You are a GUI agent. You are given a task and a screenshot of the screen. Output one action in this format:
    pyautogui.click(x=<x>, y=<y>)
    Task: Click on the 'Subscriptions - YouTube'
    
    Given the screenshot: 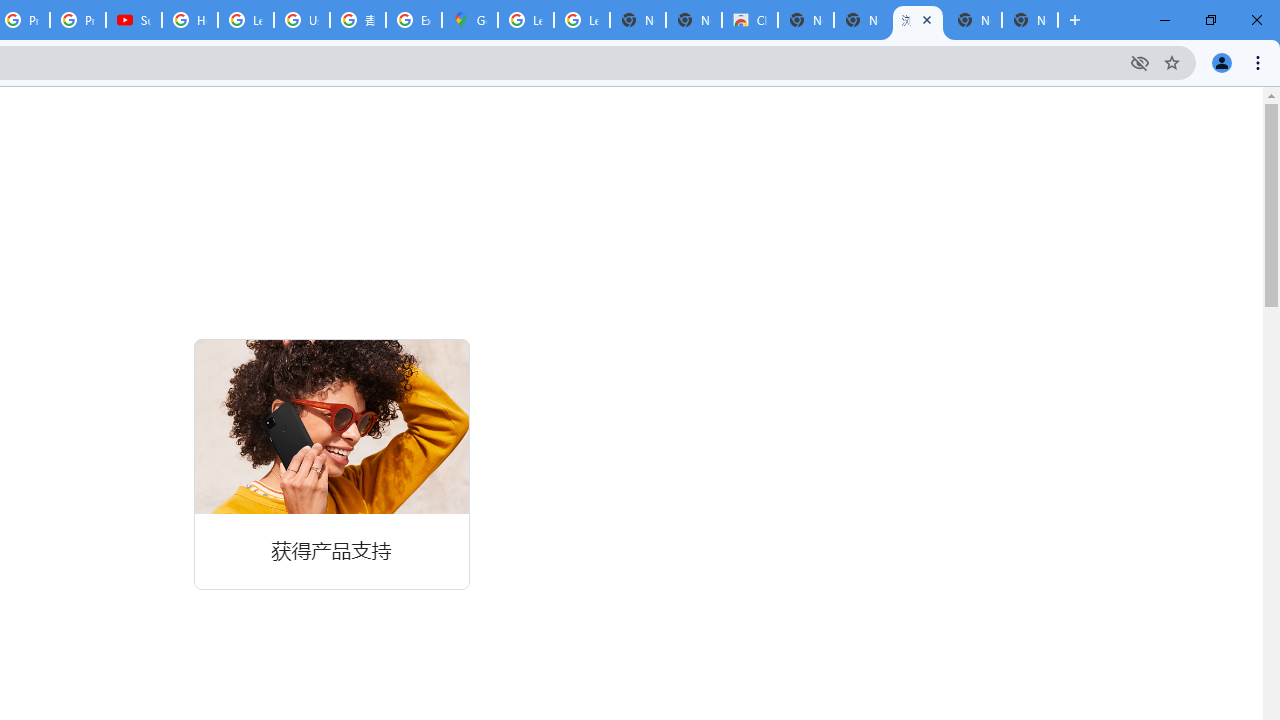 What is the action you would take?
    pyautogui.click(x=133, y=20)
    